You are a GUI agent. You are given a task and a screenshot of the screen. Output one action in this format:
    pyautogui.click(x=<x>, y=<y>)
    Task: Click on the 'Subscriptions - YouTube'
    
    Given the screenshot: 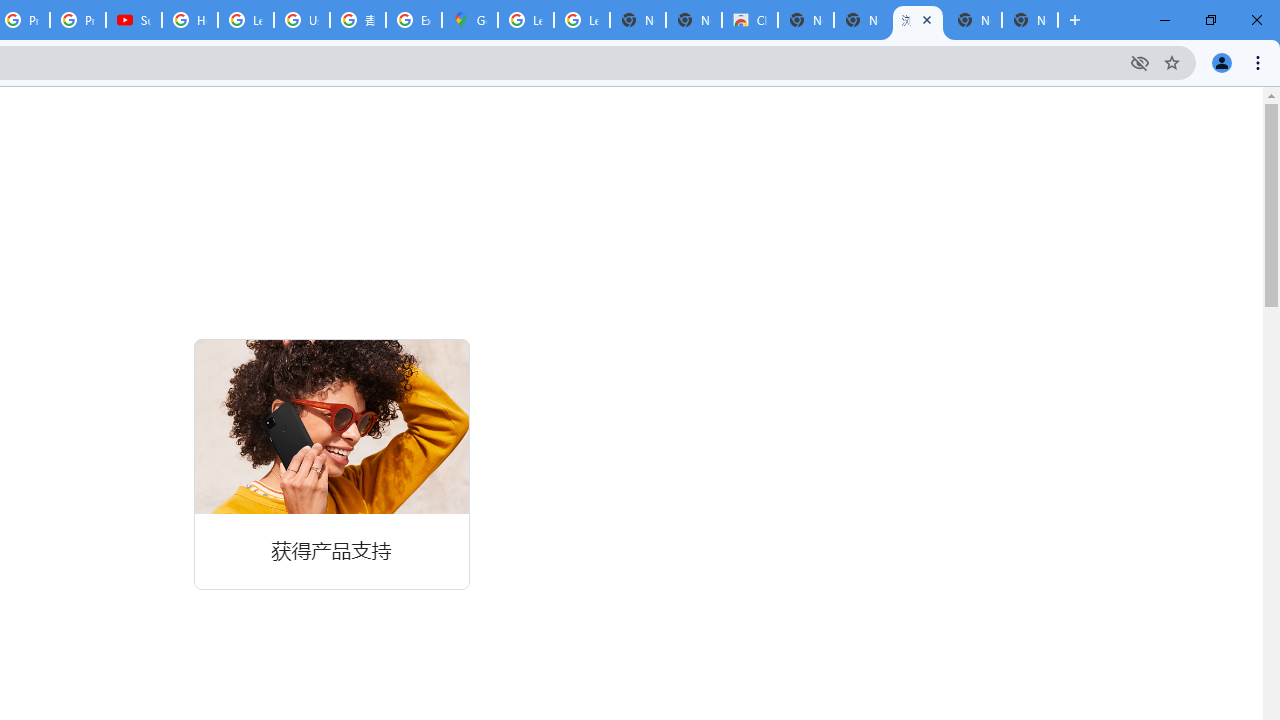 What is the action you would take?
    pyautogui.click(x=133, y=20)
    